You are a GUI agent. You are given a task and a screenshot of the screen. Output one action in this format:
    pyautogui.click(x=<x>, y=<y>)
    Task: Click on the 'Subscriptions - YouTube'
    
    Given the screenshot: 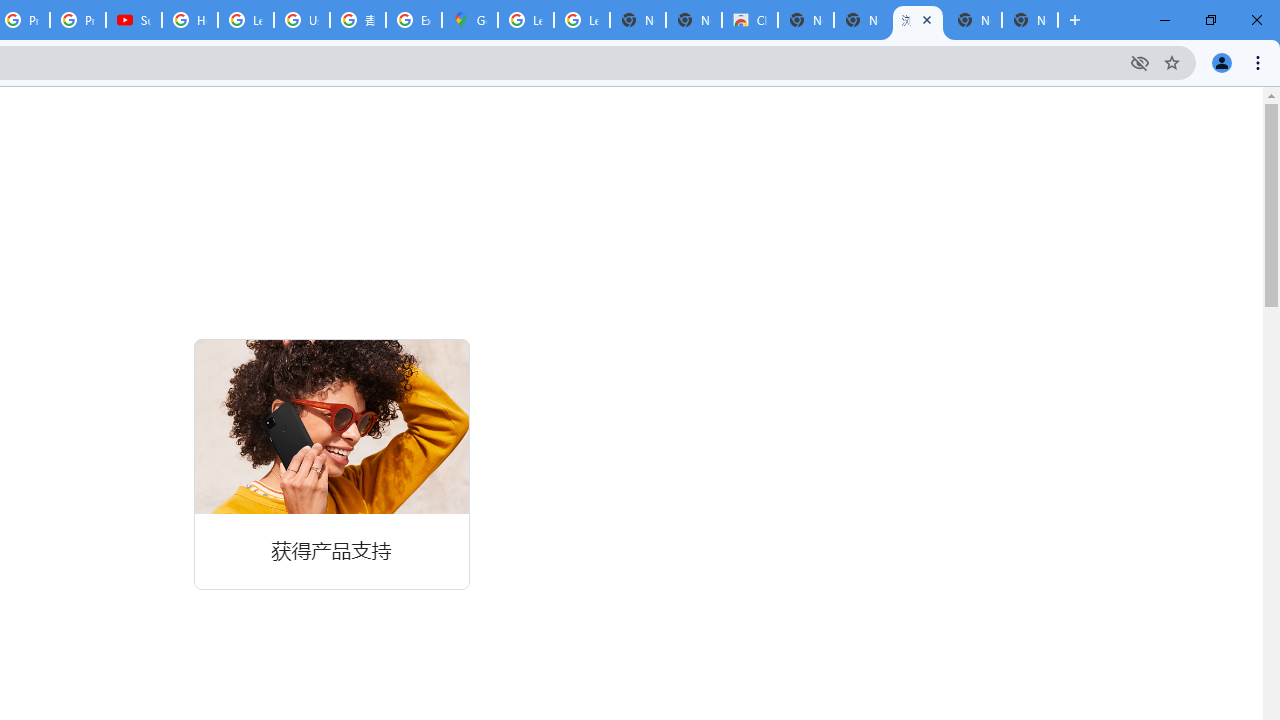 What is the action you would take?
    pyautogui.click(x=133, y=20)
    